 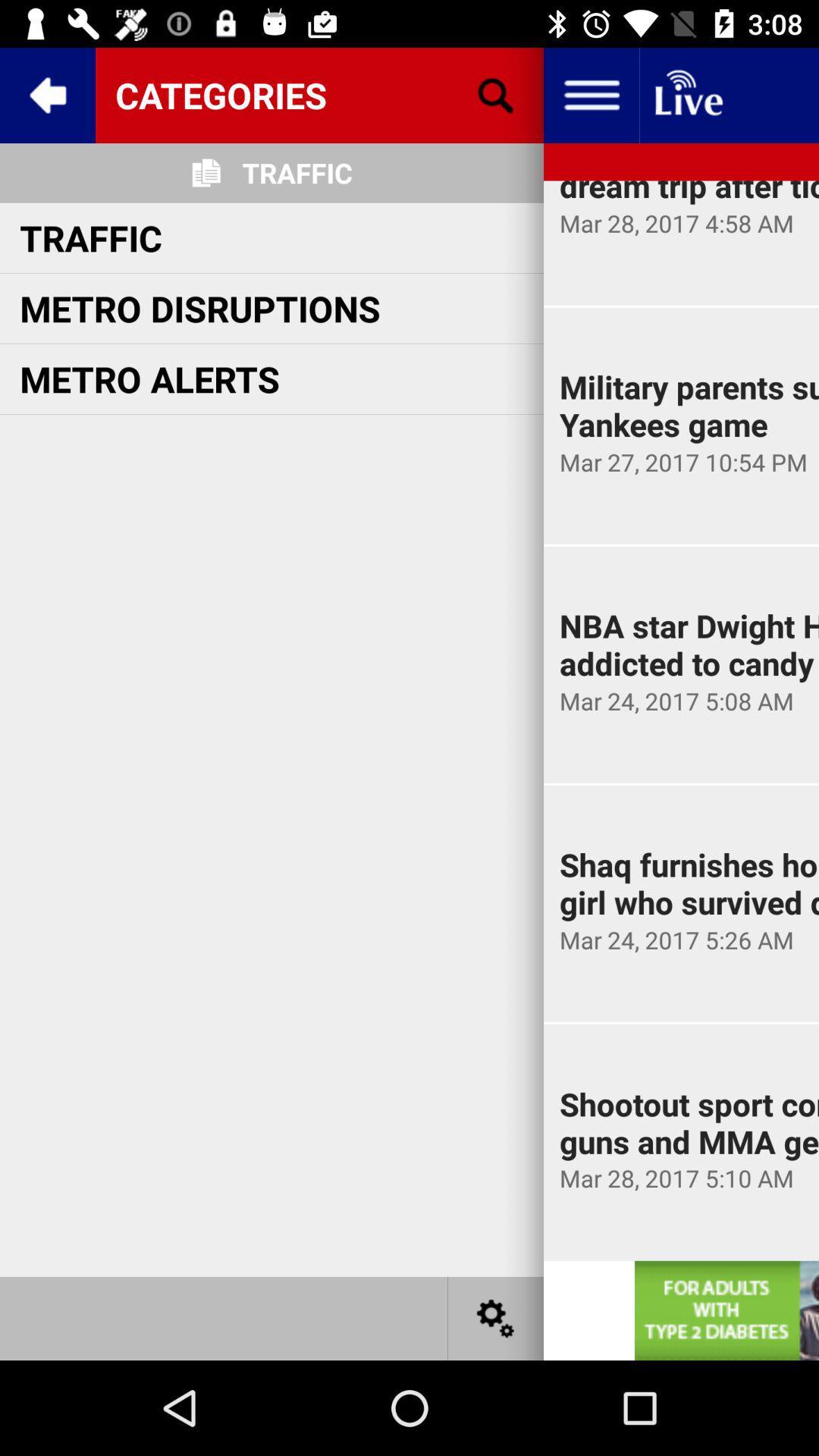 What do you see at coordinates (726, 1310) in the screenshot?
I see `website` at bounding box center [726, 1310].